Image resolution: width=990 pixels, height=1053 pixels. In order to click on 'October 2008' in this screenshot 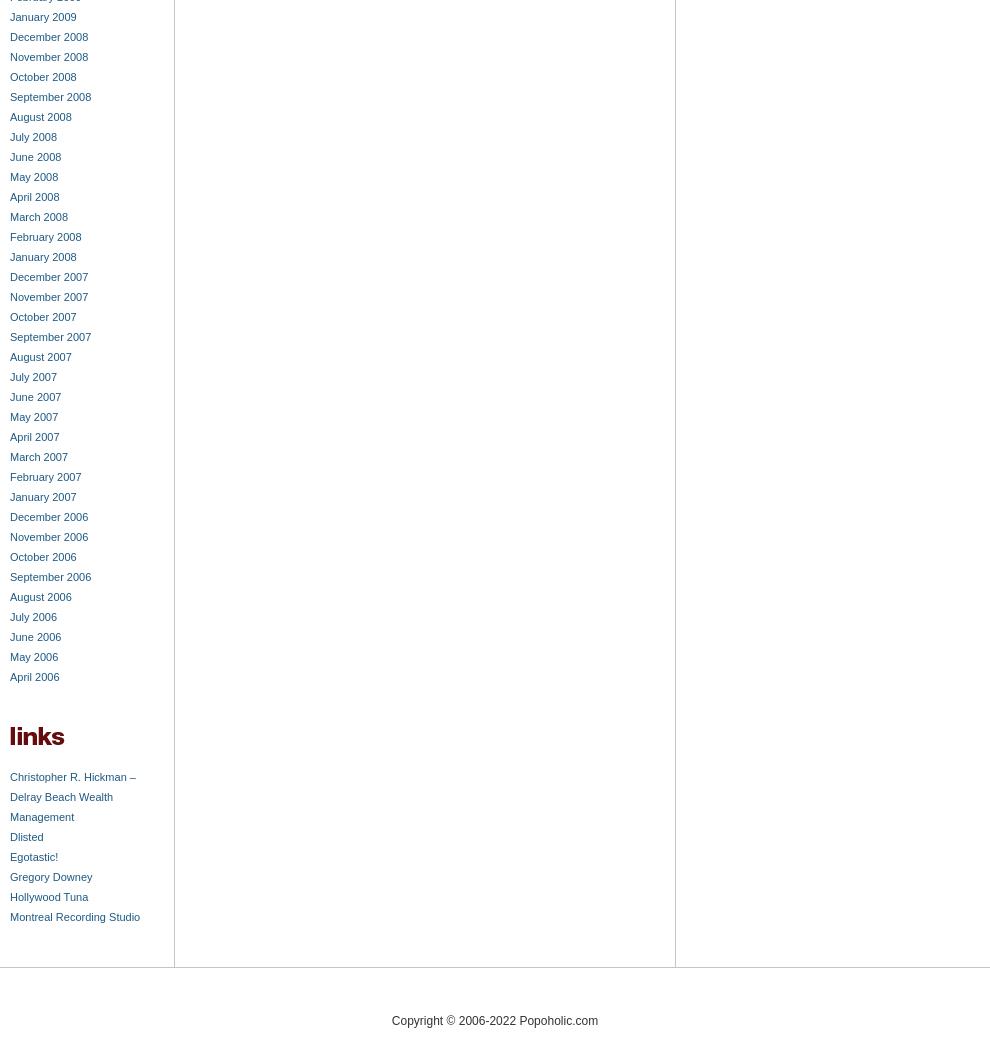, I will do `click(41, 75)`.